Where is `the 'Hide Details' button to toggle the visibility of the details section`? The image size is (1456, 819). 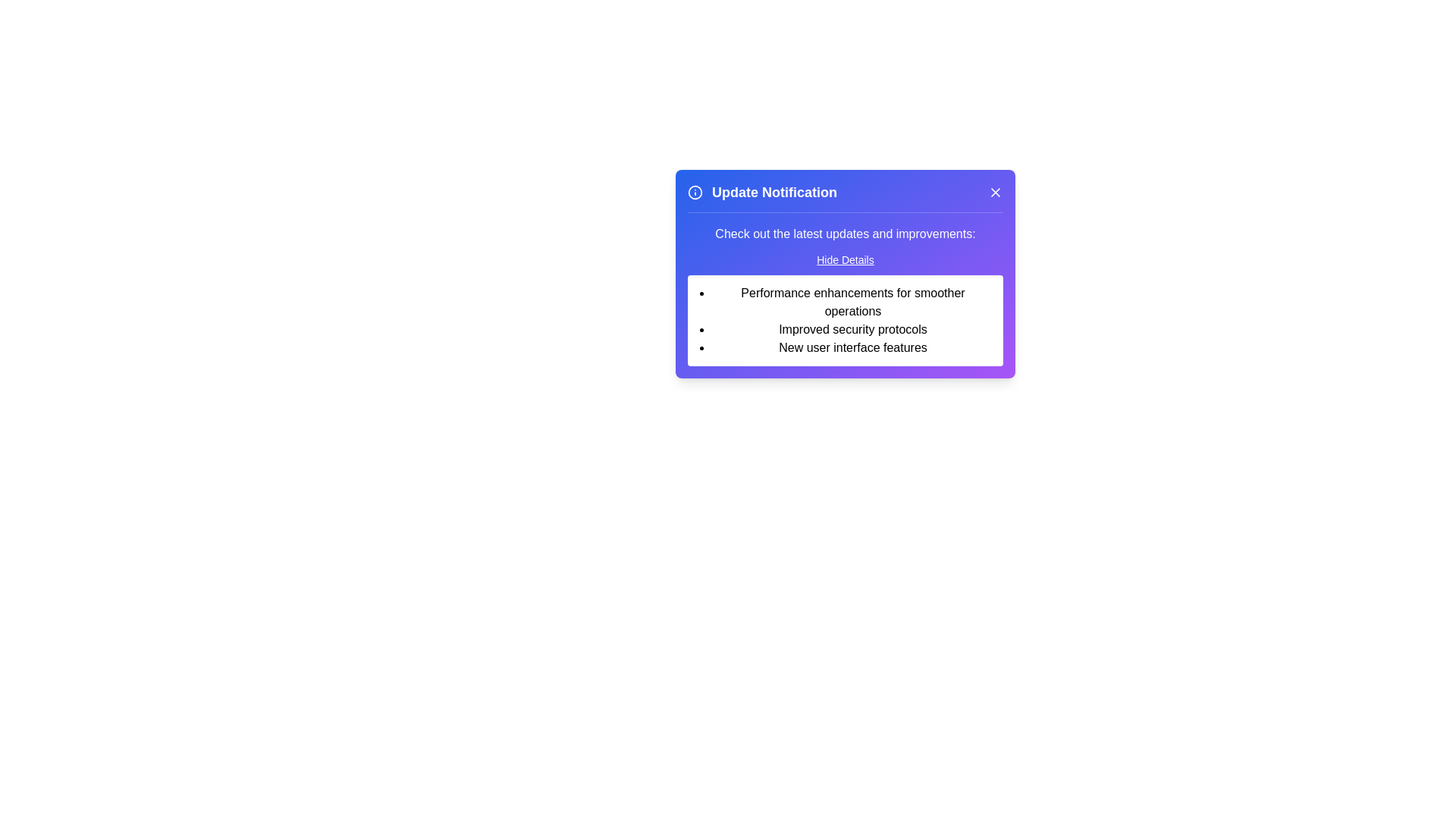 the 'Hide Details' button to toggle the visibility of the details section is located at coordinates (844, 259).